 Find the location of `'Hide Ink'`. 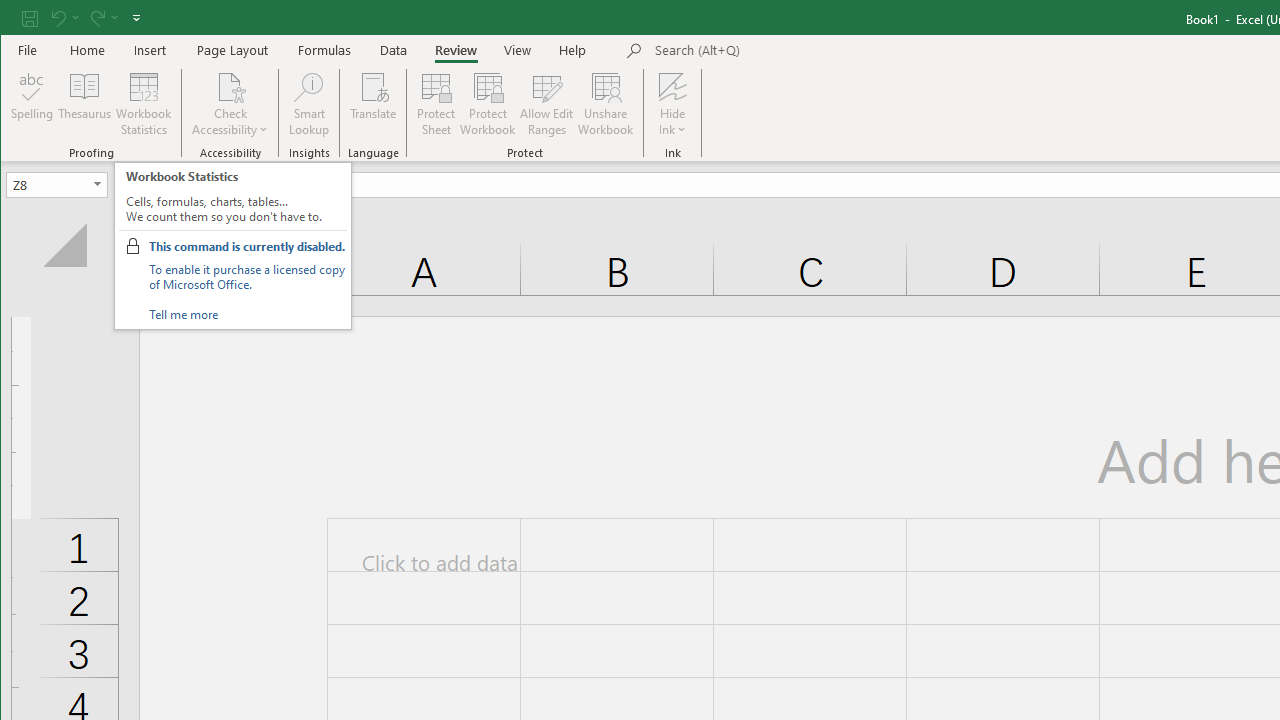

'Hide Ink' is located at coordinates (672, 85).